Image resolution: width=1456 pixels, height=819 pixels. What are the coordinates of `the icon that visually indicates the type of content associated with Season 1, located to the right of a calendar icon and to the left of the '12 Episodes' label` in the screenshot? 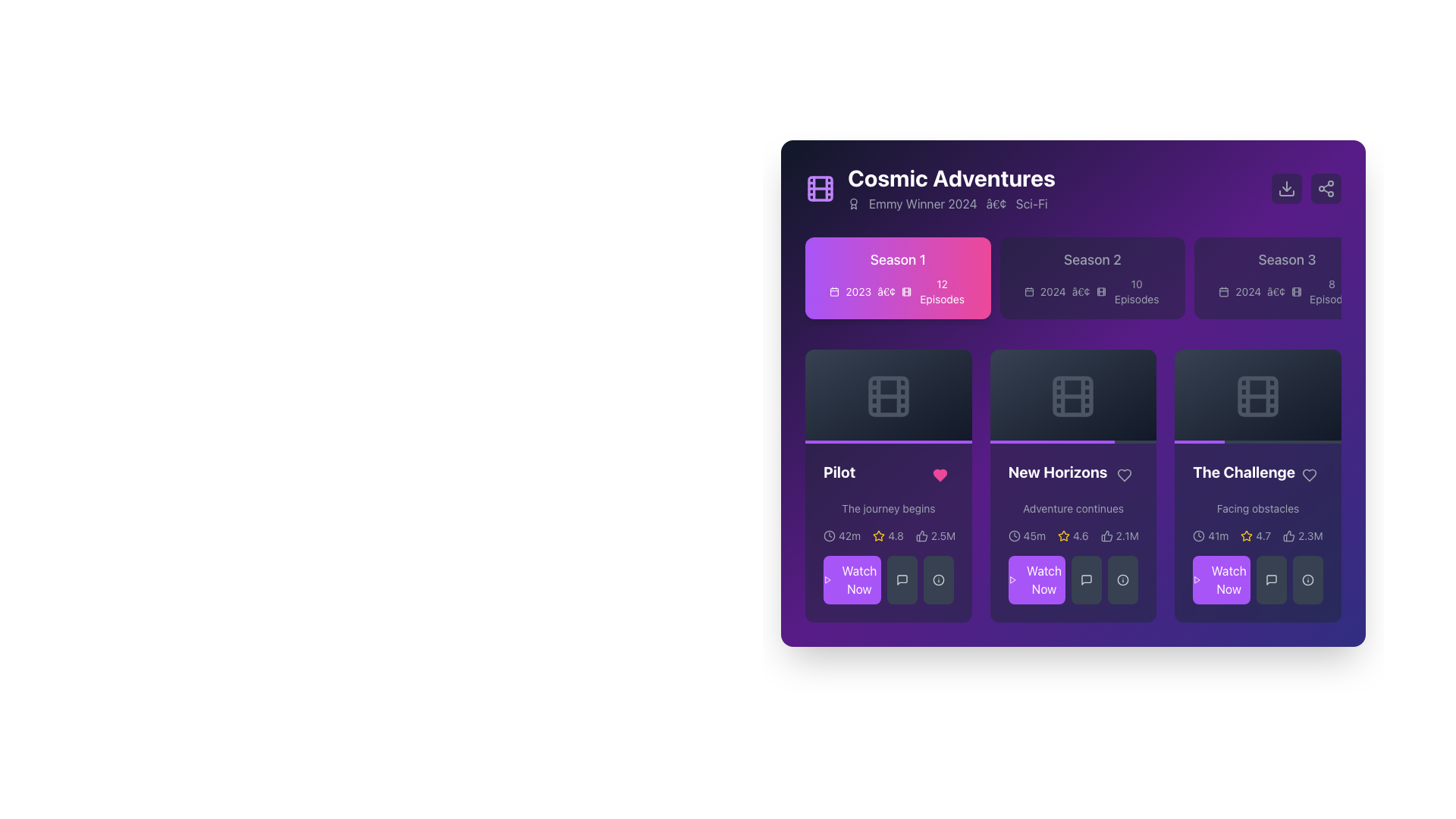 It's located at (906, 292).